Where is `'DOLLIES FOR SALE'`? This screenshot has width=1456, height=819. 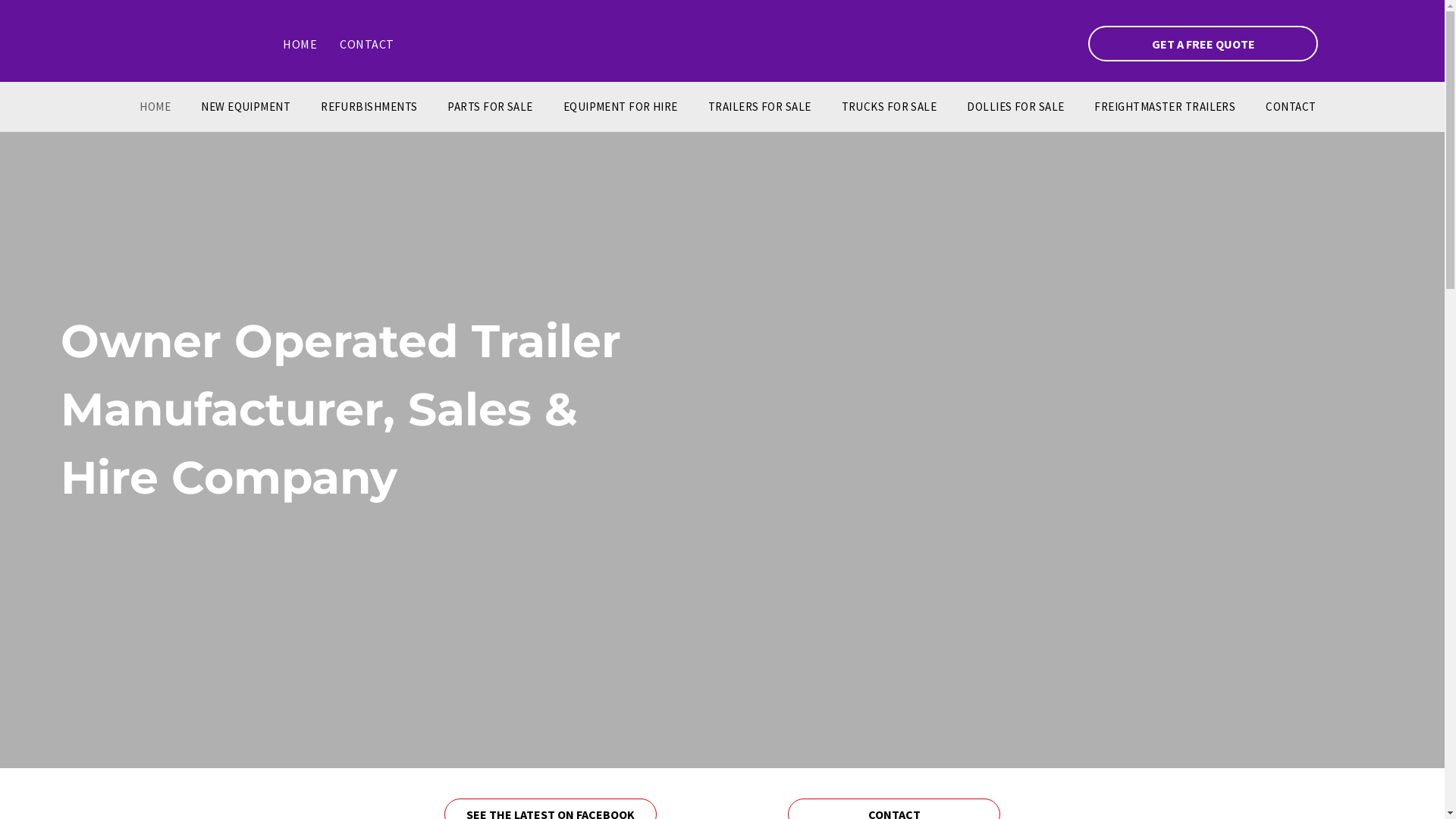
'DOLLIES FOR SALE' is located at coordinates (1015, 106).